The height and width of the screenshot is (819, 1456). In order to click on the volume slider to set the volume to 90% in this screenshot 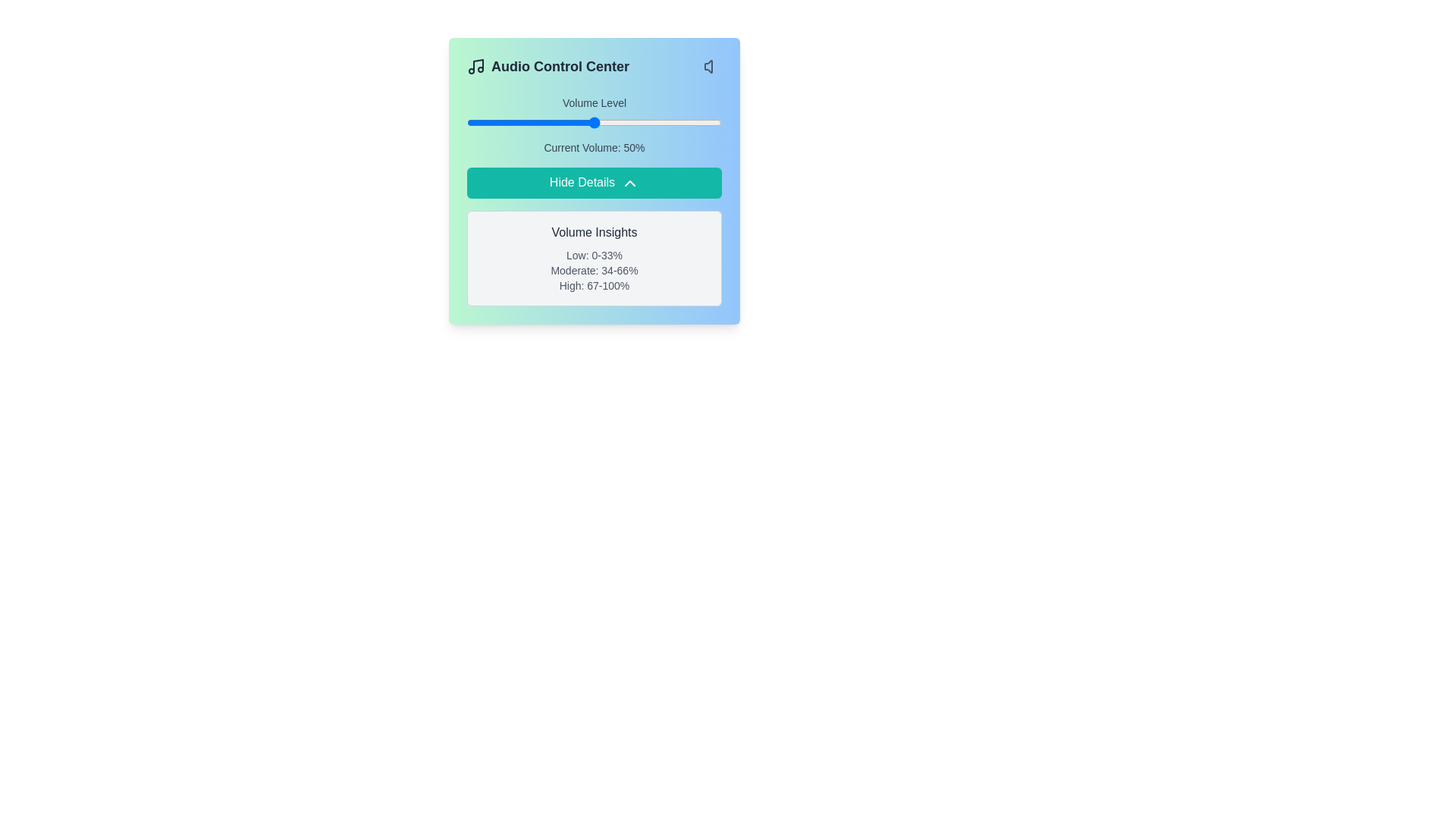, I will do `click(695, 122)`.